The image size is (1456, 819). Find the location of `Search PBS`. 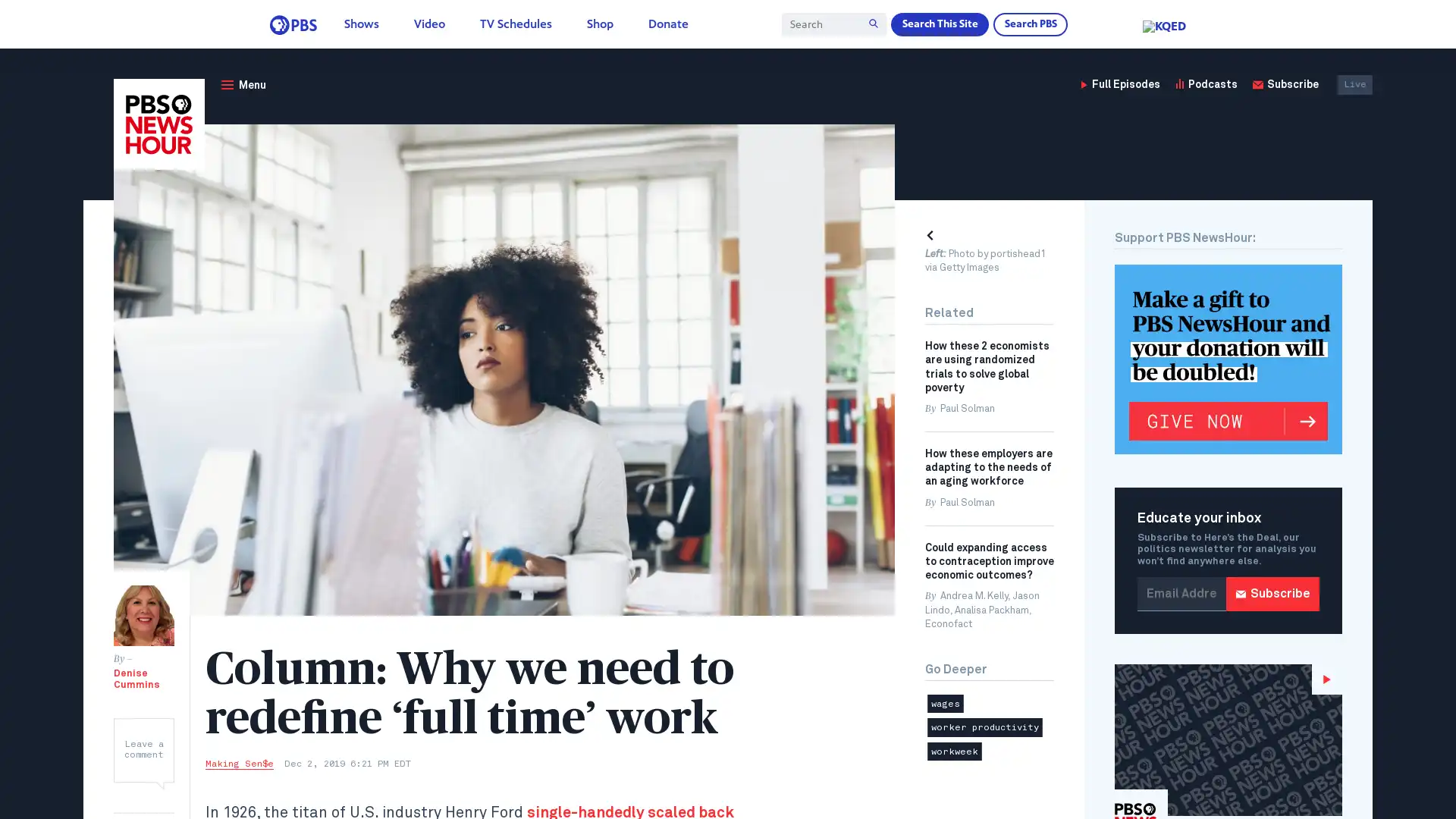

Search PBS is located at coordinates (1030, 24).